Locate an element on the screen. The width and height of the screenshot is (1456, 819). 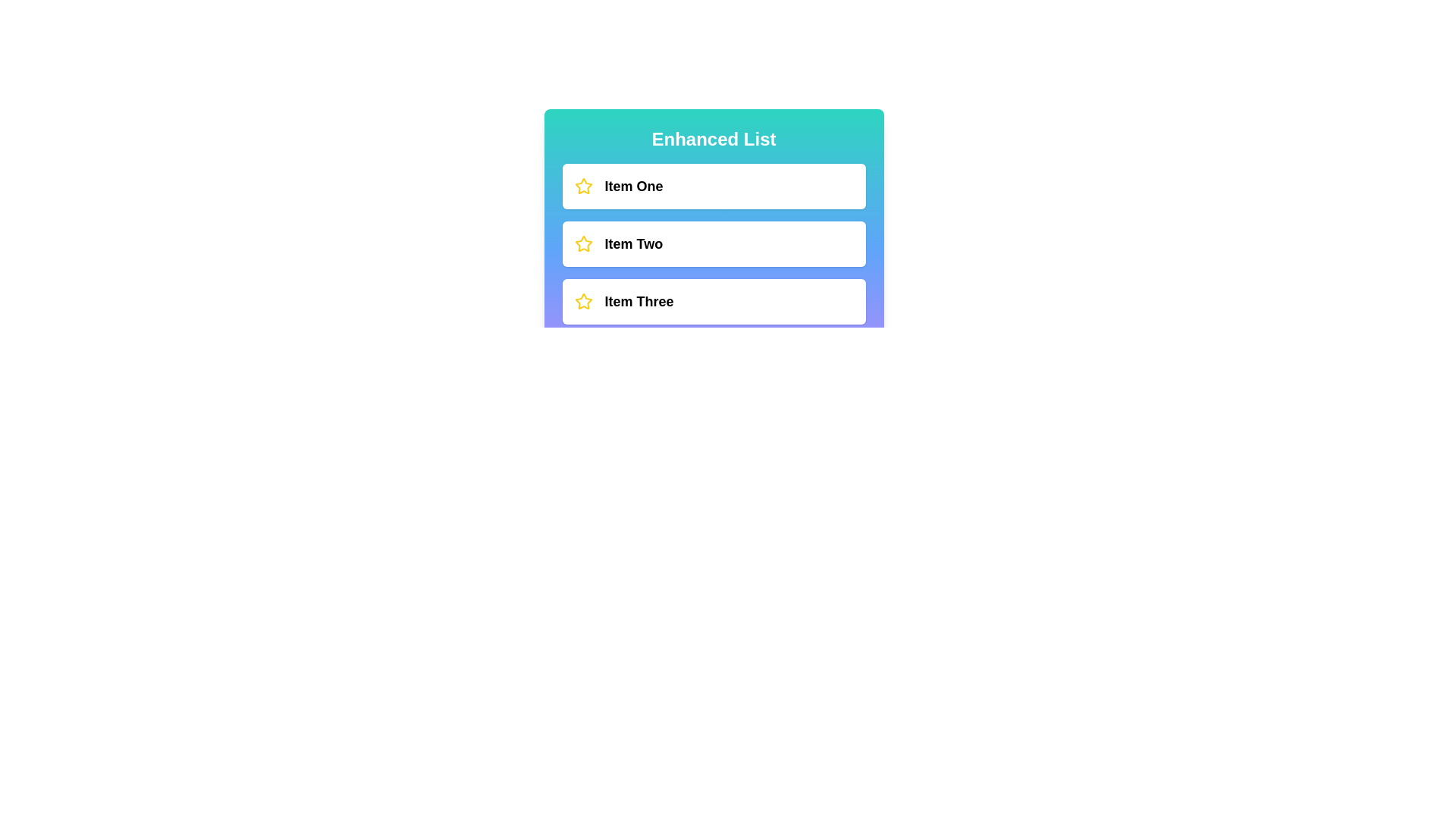
the item Item One to select it is located at coordinates (713, 186).